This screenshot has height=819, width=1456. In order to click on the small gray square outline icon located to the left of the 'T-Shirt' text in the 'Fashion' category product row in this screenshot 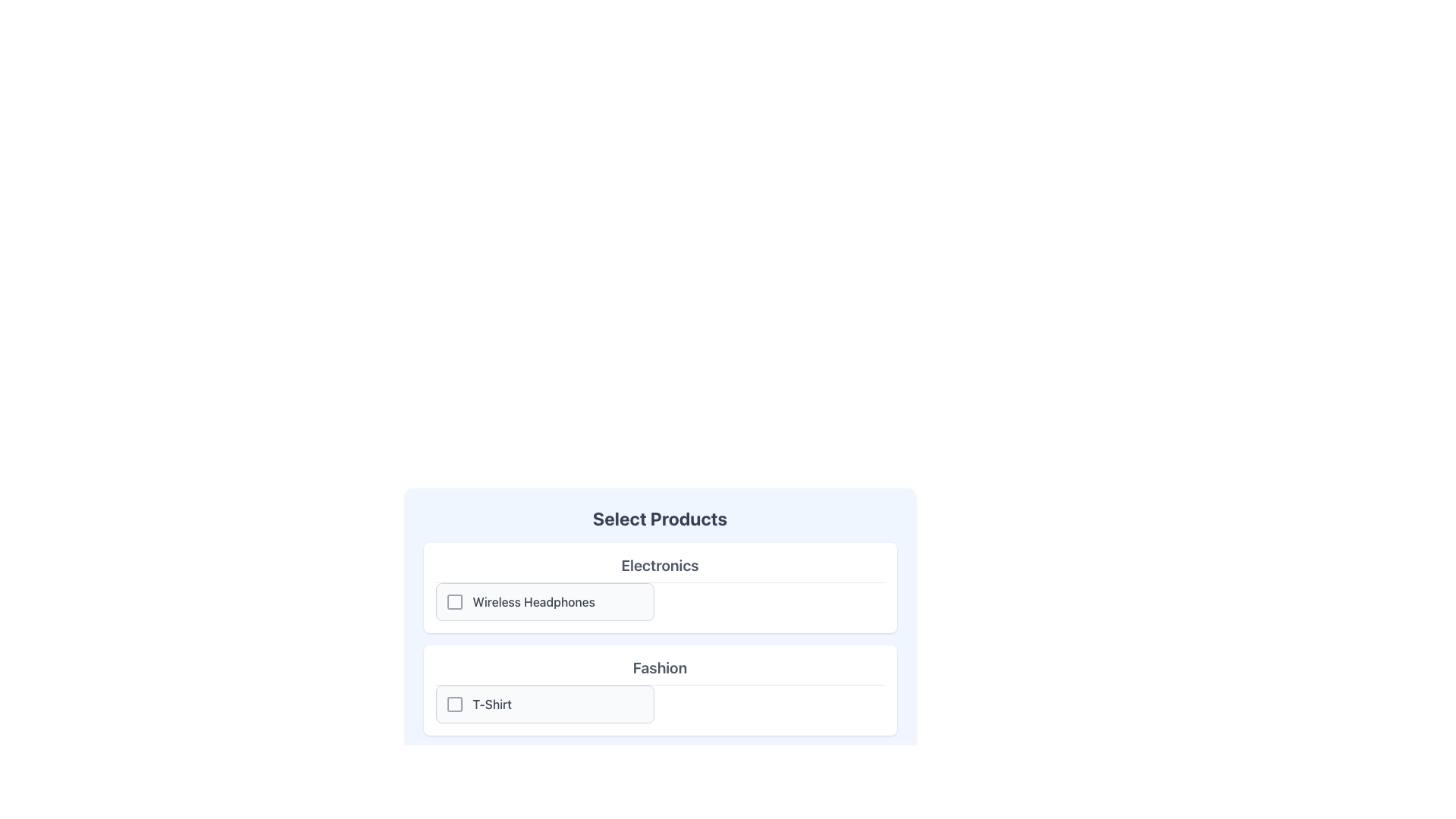, I will do `click(453, 704)`.